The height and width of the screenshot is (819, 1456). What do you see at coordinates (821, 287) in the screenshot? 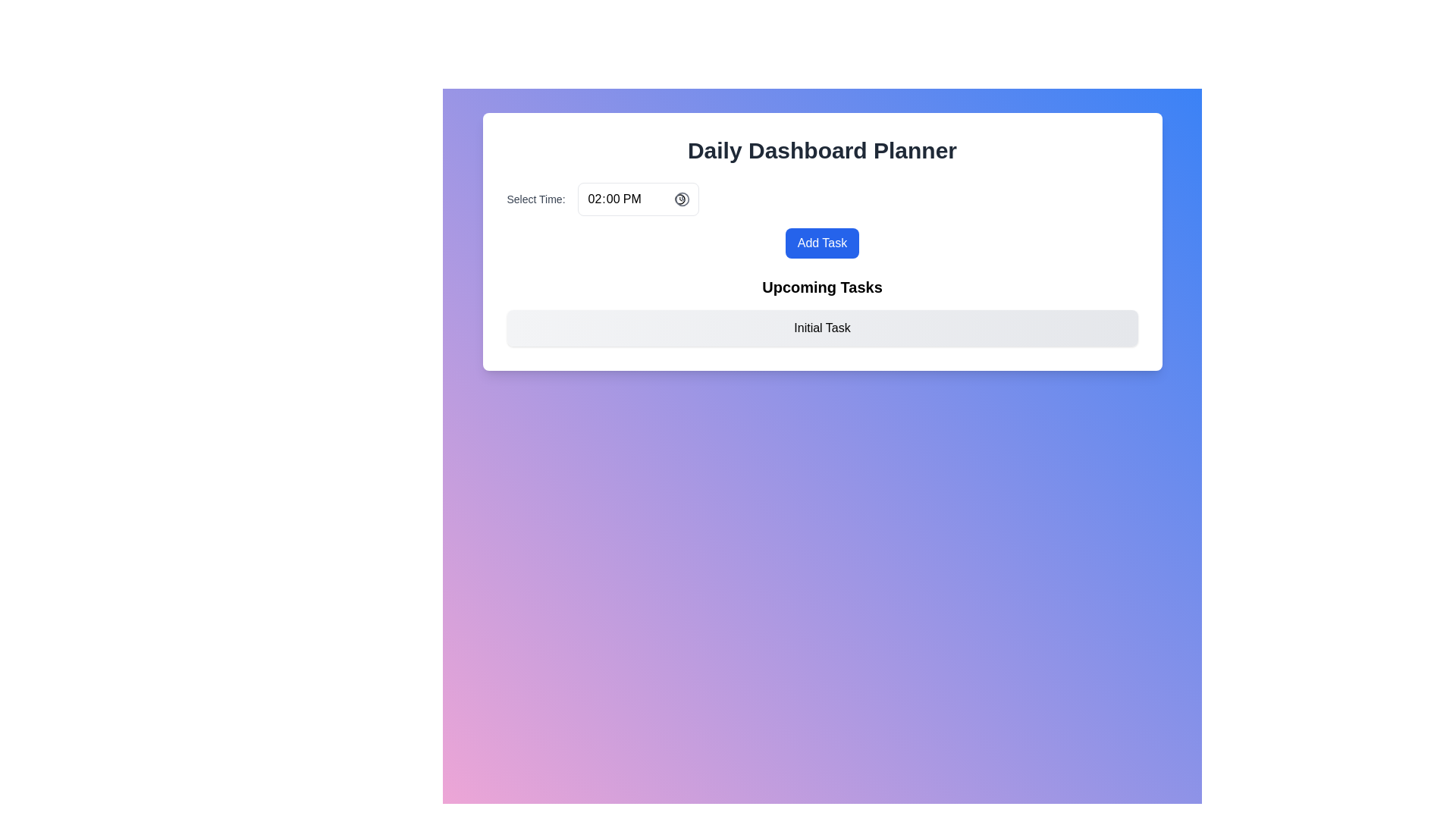
I see `the text label that displays 'Upcoming Tasks', which is styled in bold black font and serves as a heading for the tasks section` at bounding box center [821, 287].